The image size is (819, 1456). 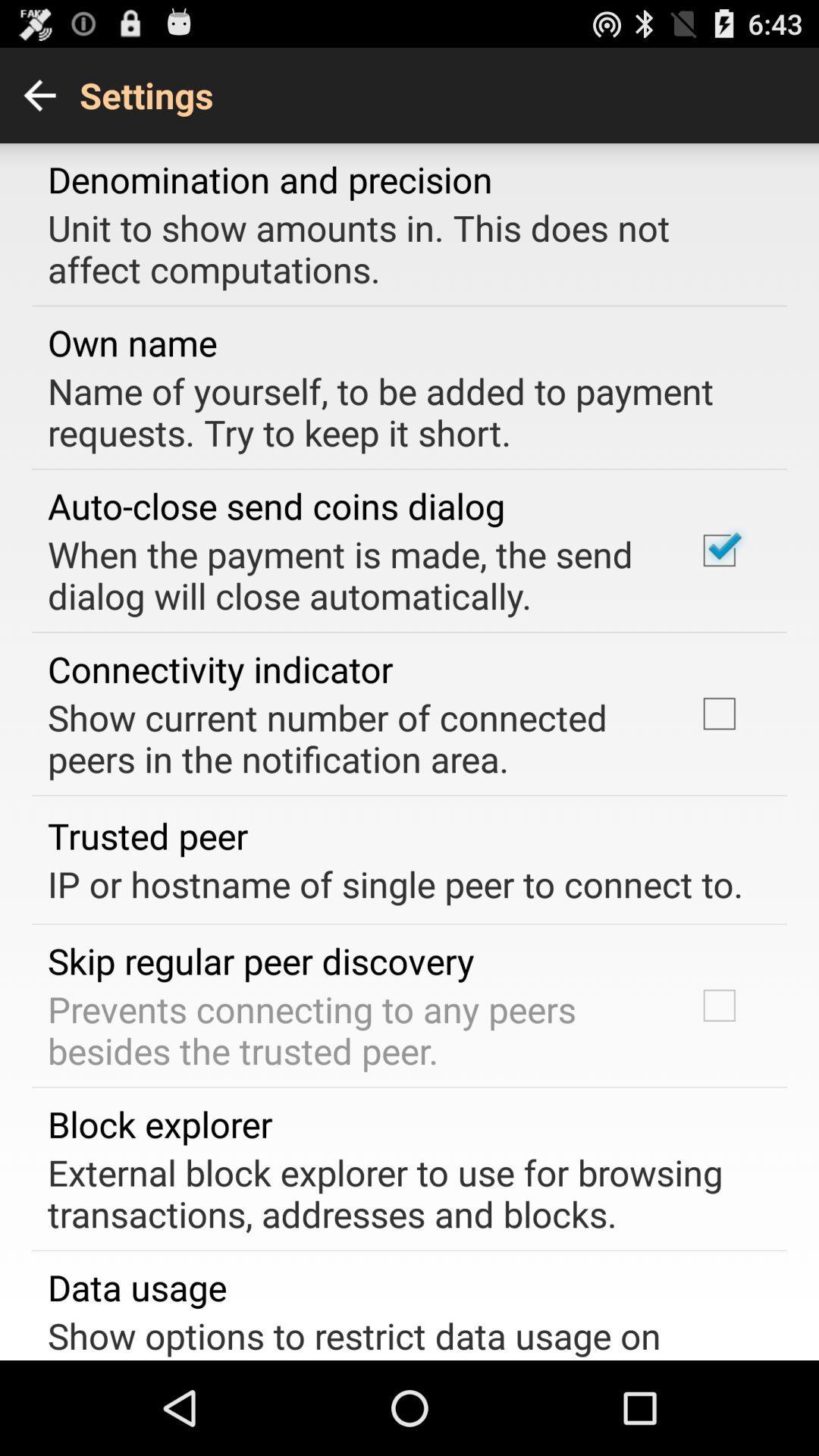 I want to click on the own name icon, so click(x=131, y=341).